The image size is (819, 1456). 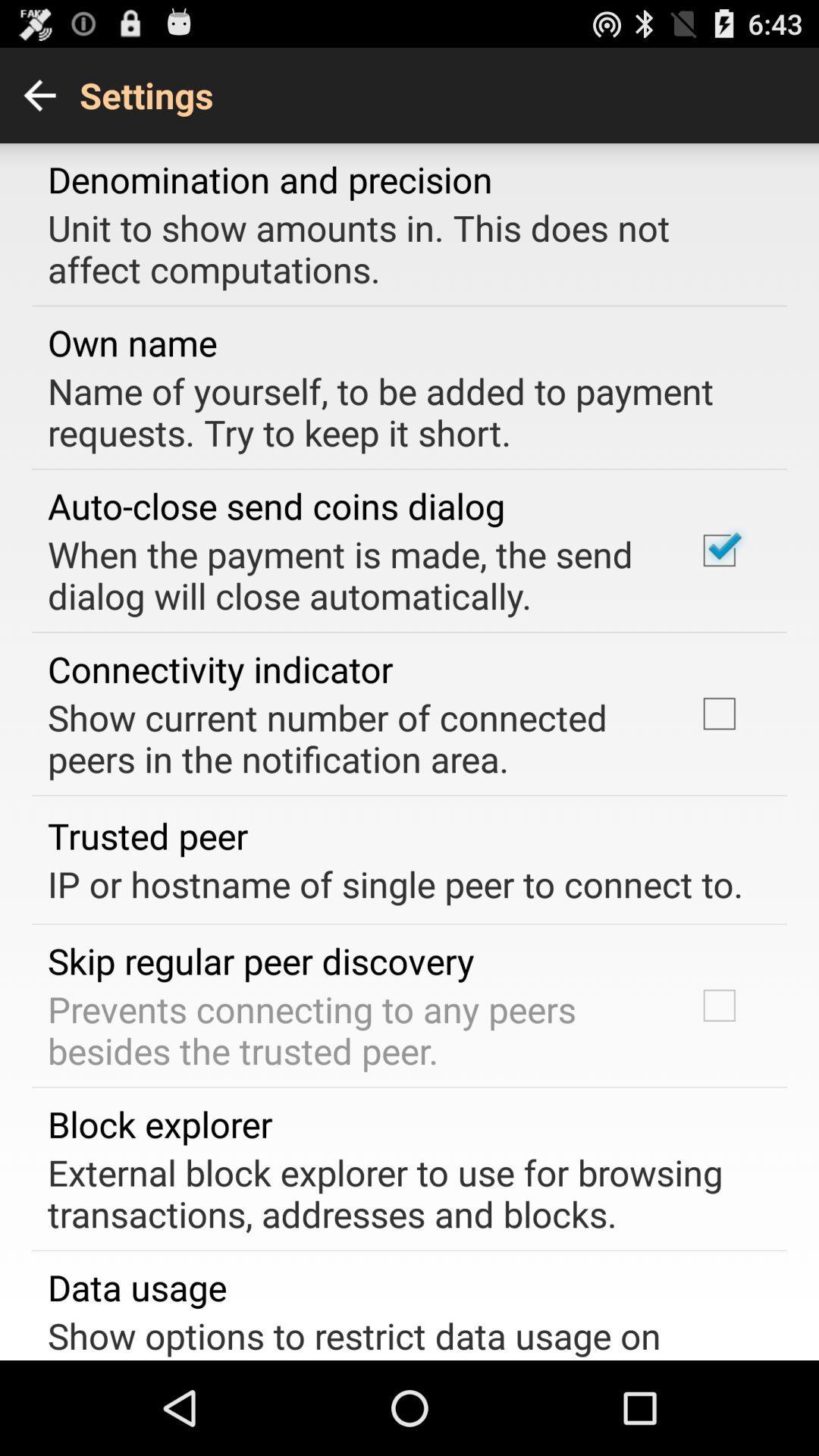 I want to click on the own name icon, so click(x=131, y=341).